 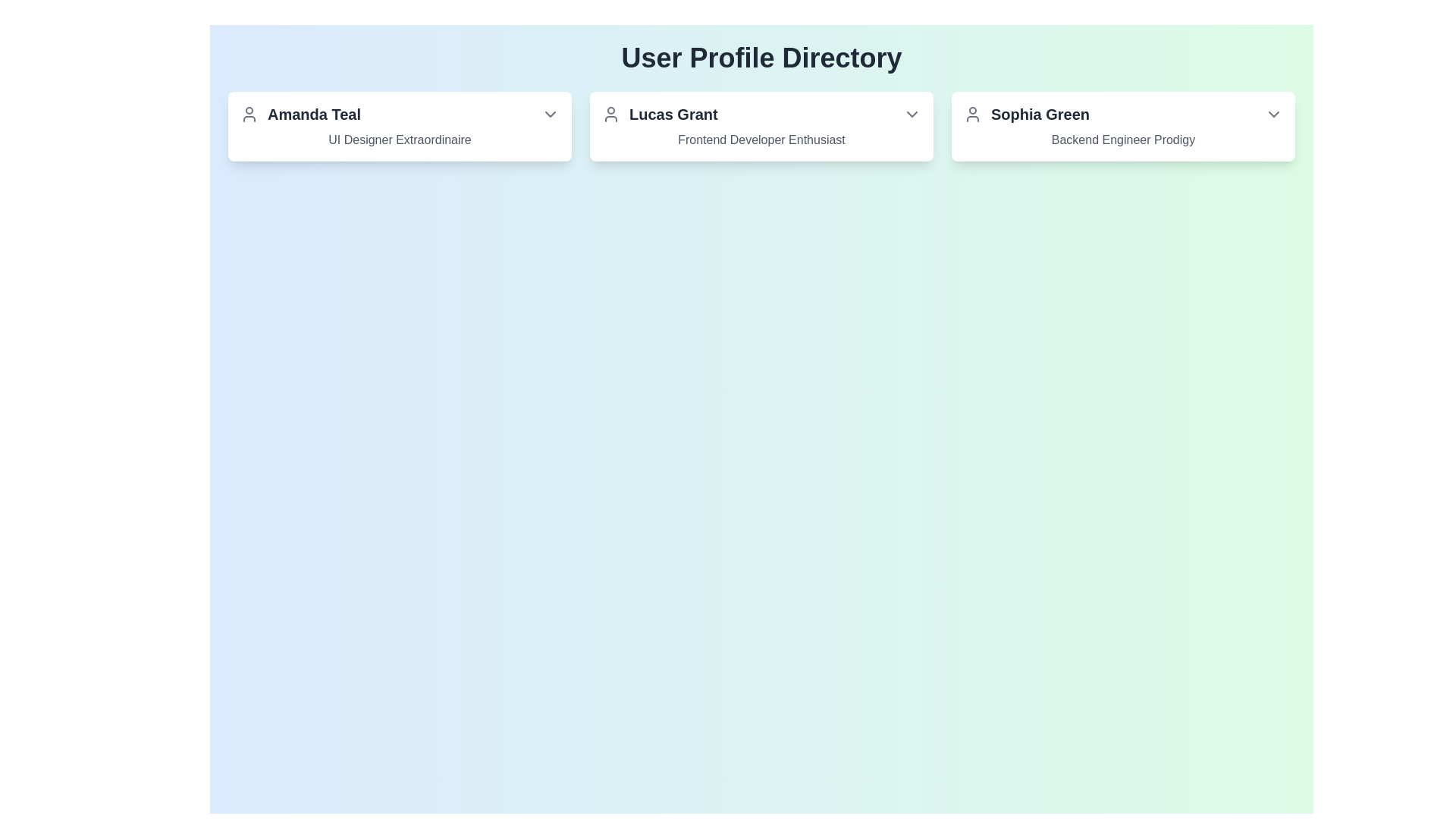 What do you see at coordinates (1274, 113) in the screenshot?
I see `the downward chevron icon representing the Dropdown toggle button located at the top-right section of the card interface titled 'Sophia Green'` at bounding box center [1274, 113].